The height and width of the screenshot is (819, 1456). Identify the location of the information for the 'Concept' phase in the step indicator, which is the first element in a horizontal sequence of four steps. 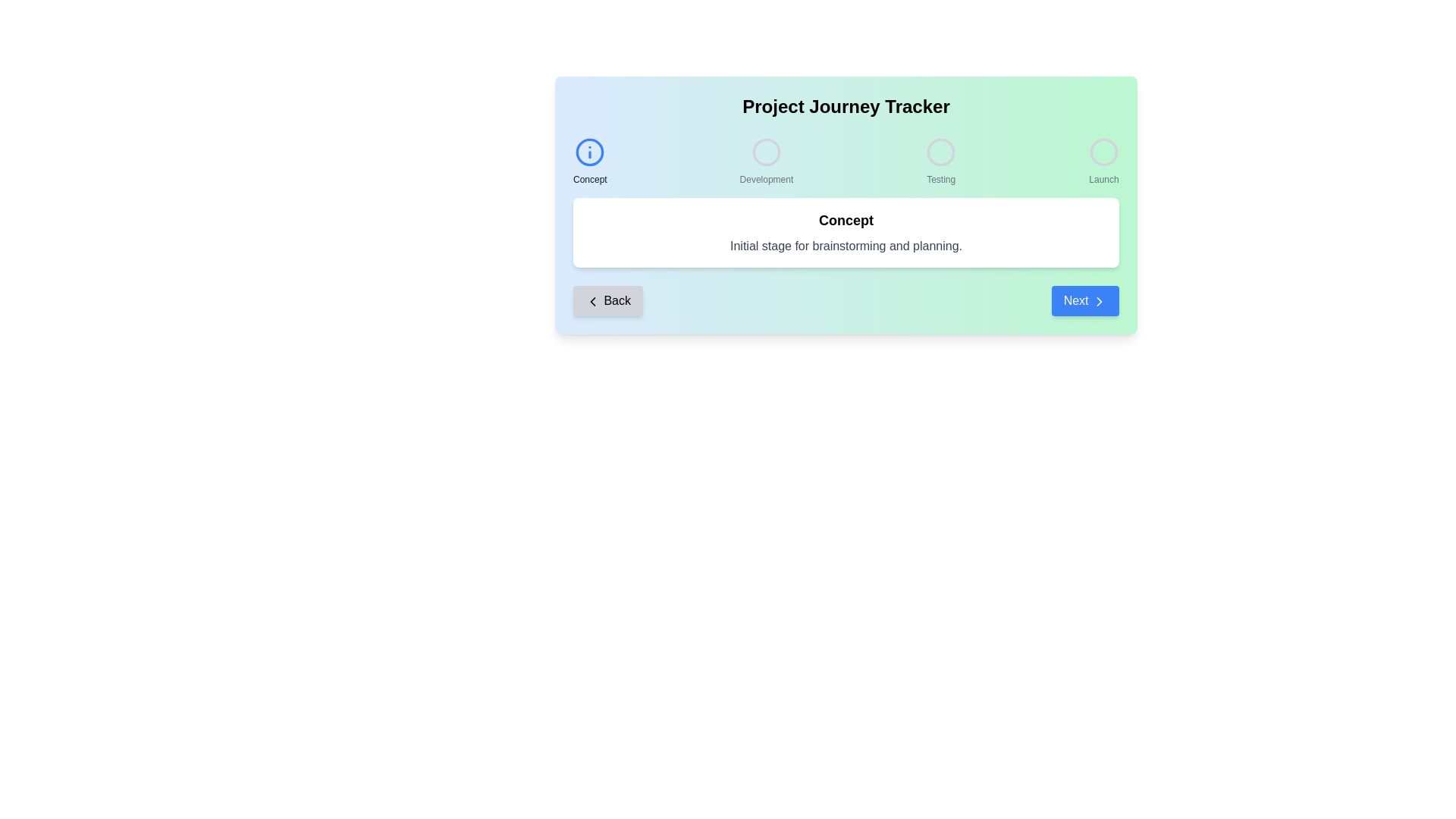
(589, 161).